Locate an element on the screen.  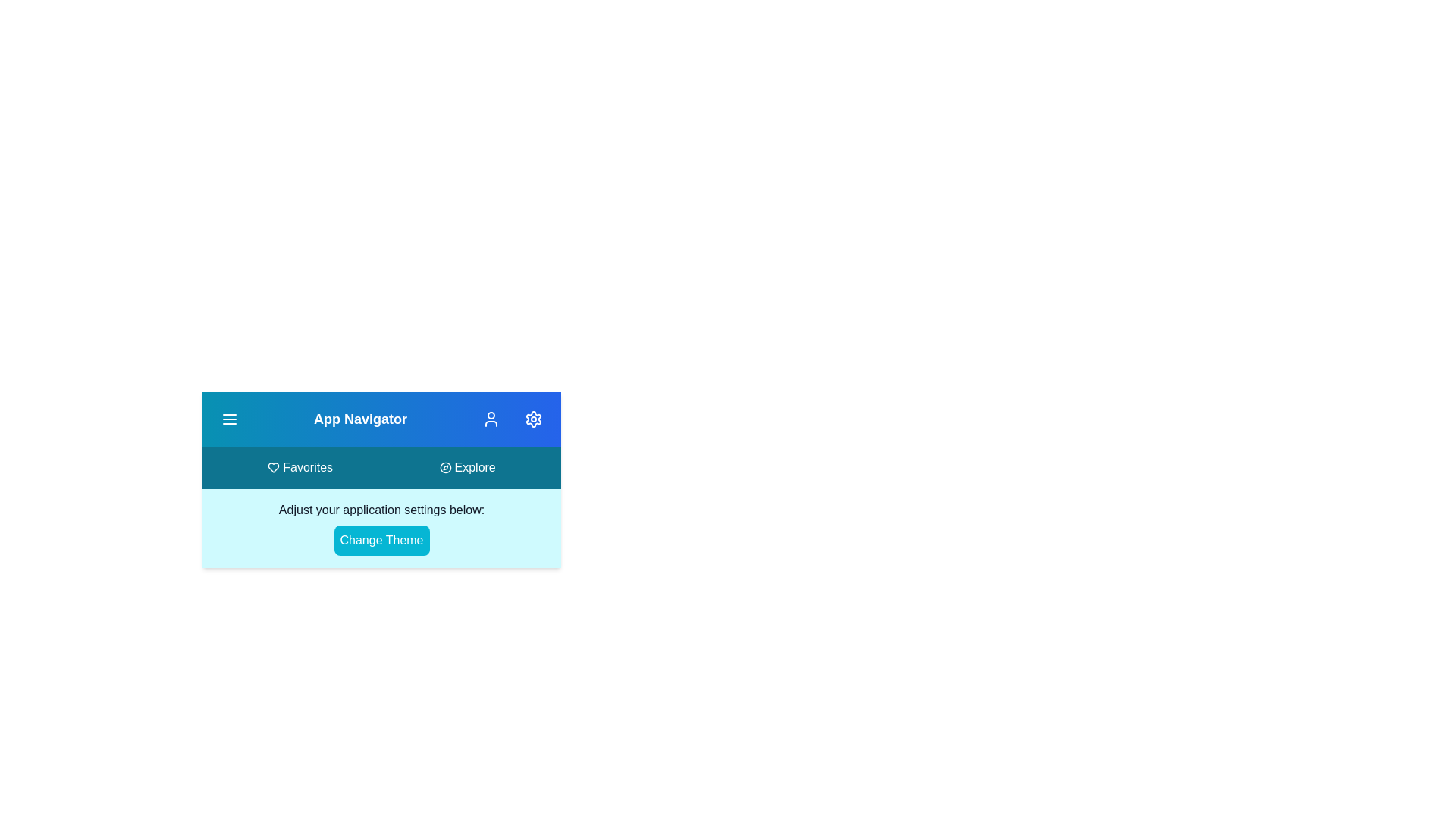
the settings icon represented by a gear symbol within the blue circular button is located at coordinates (532, 419).